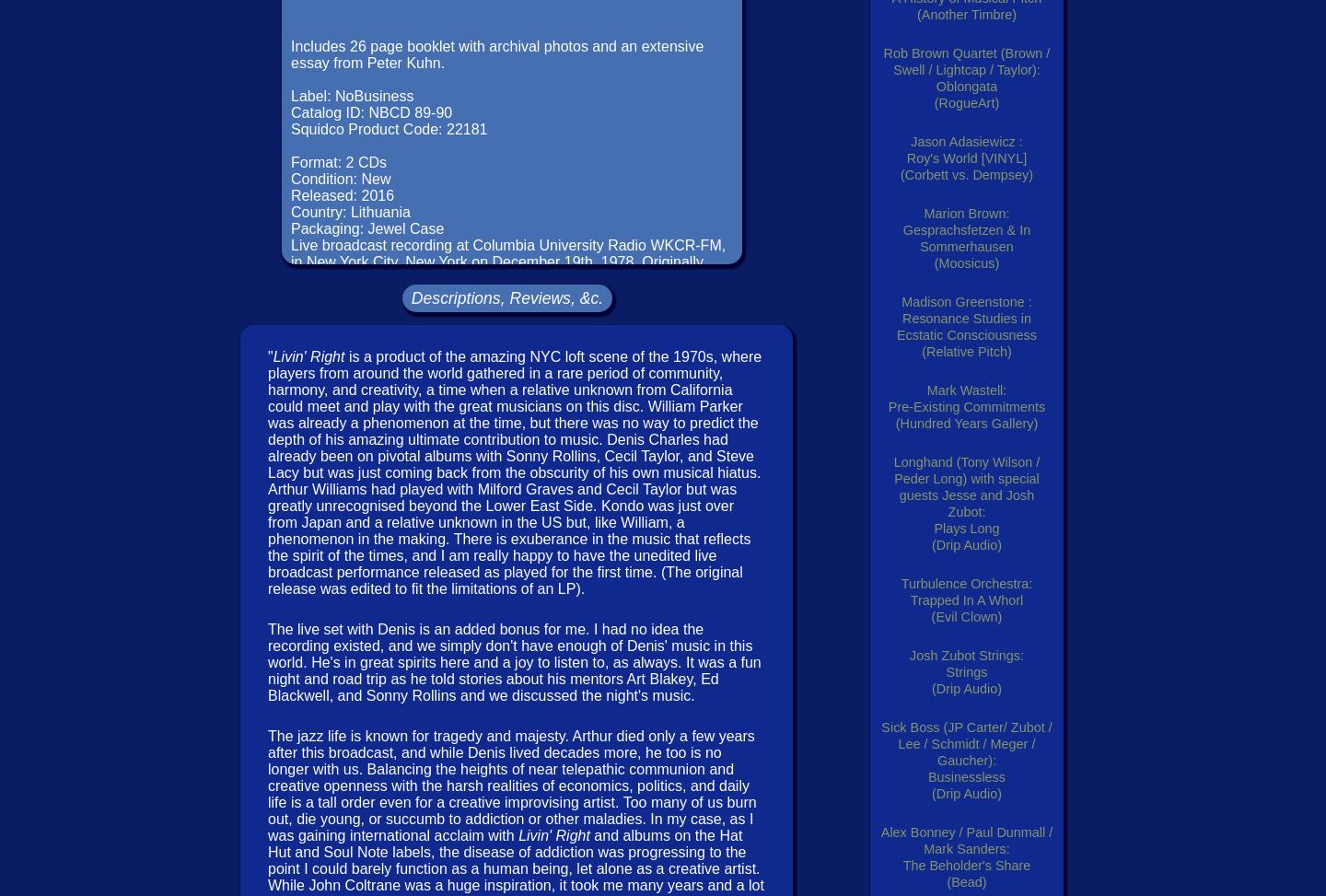 Image resolution: width=1326 pixels, height=896 pixels. What do you see at coordinates (966, 390) in the screenshot?
I see `'Mark Wastell:'` at bounding box center [966, 390].